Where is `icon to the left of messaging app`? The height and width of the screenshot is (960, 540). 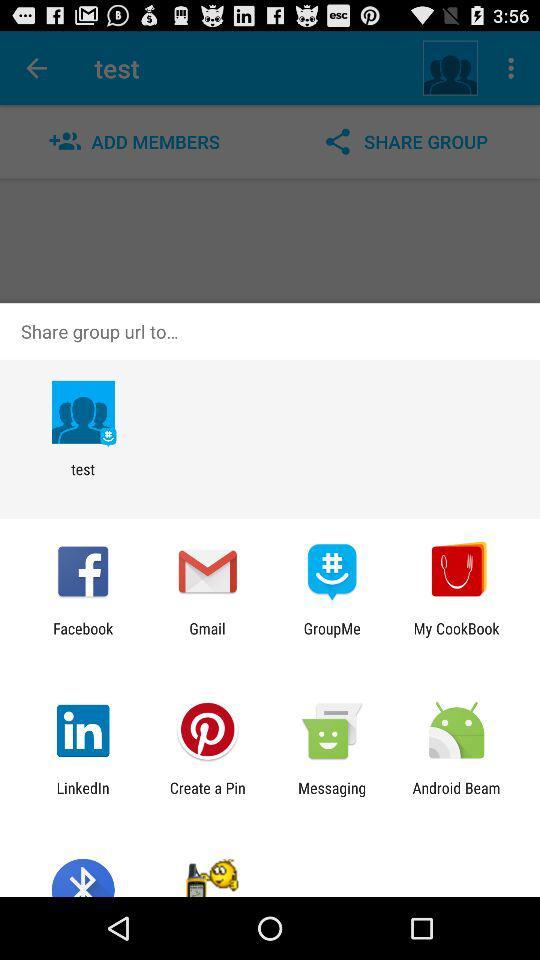
icon to the left of messaging app is located at coordinates (206, 796).